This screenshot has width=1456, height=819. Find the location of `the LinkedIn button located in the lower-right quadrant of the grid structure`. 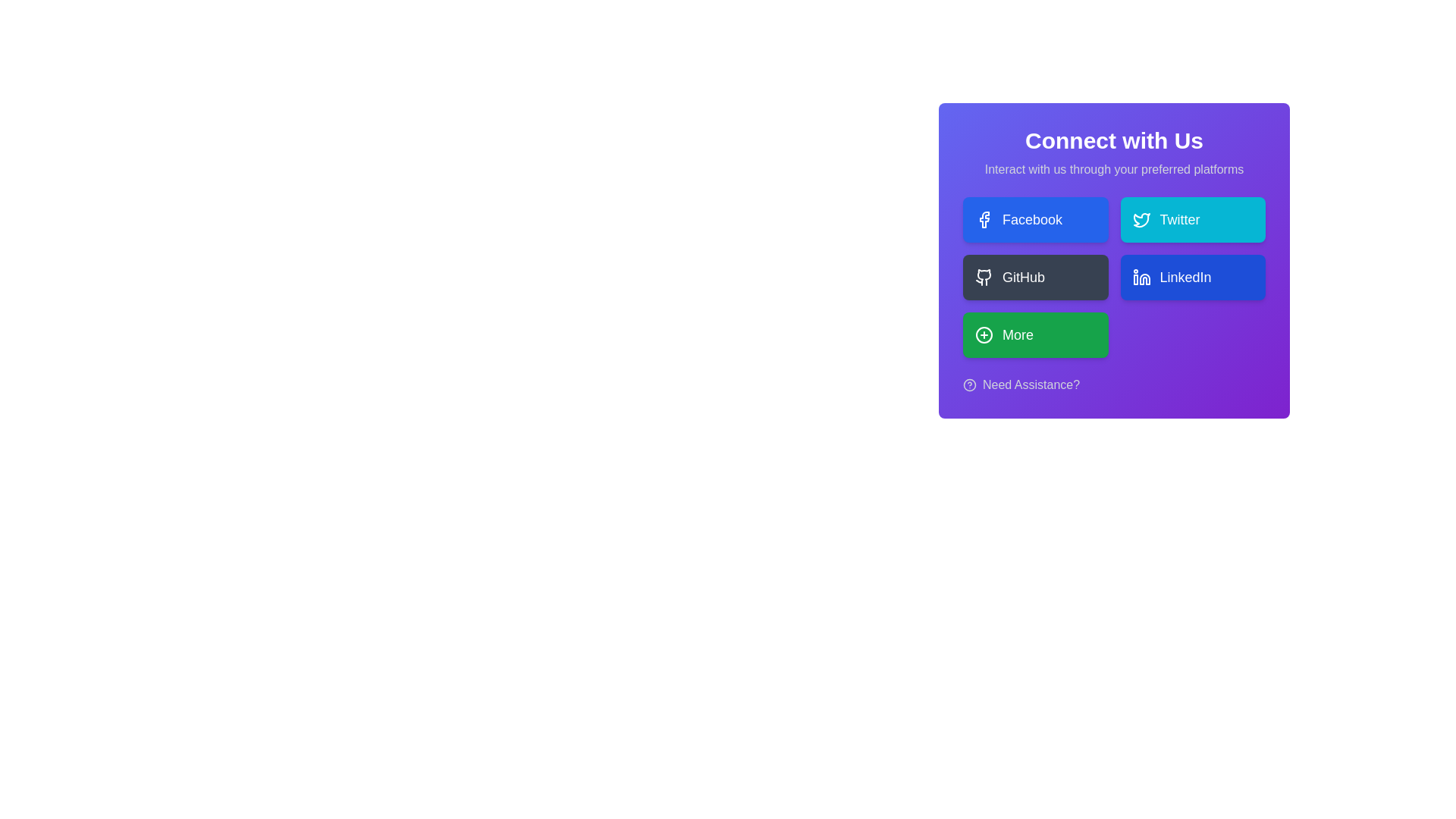

the LinkedIn button located in the lower-right quadrant of the grid structure is located at coordinates (1192, 278).